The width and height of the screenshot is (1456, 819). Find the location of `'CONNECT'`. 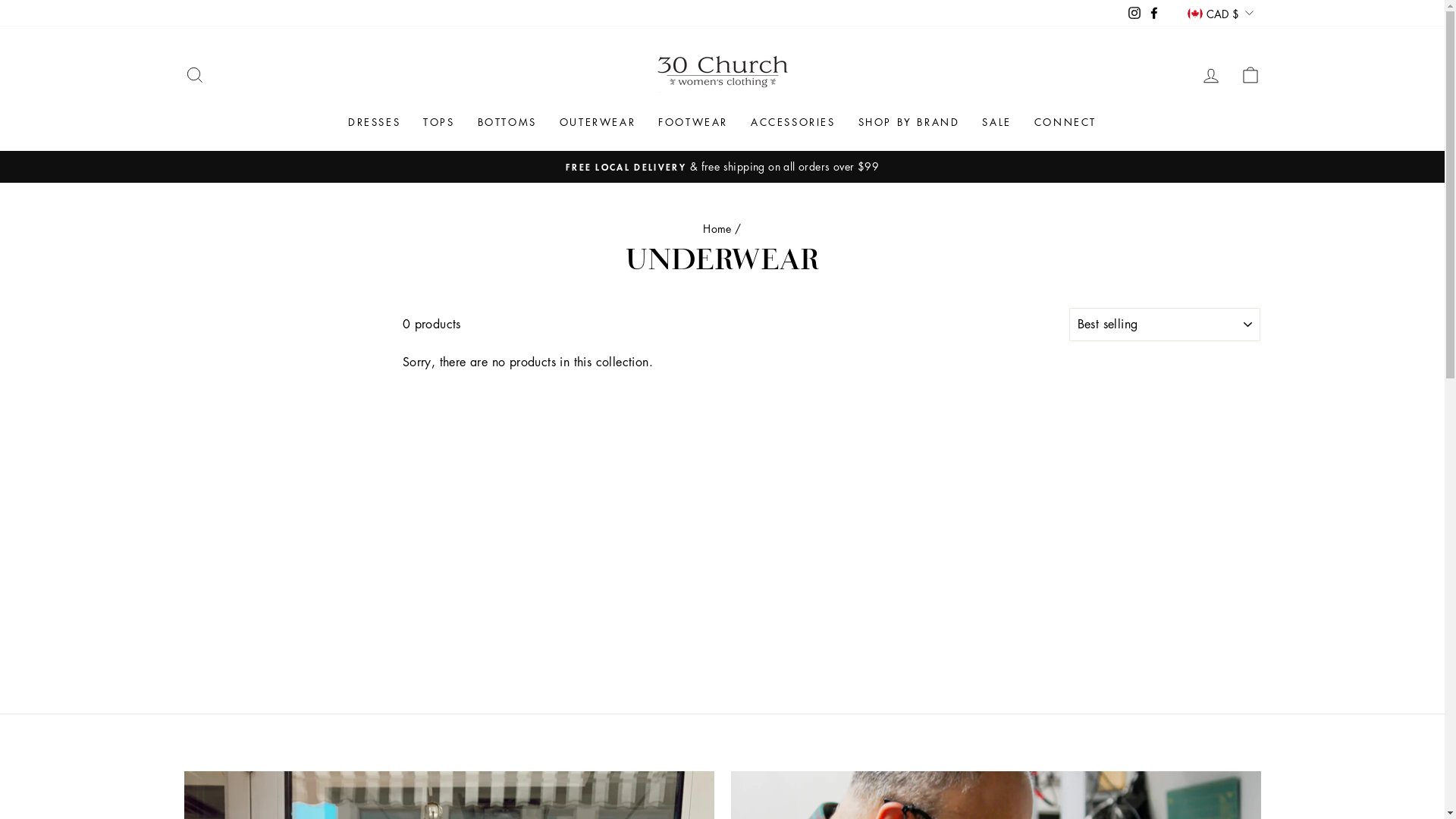

'CONNECT' is located at coordinates (1065, 122).